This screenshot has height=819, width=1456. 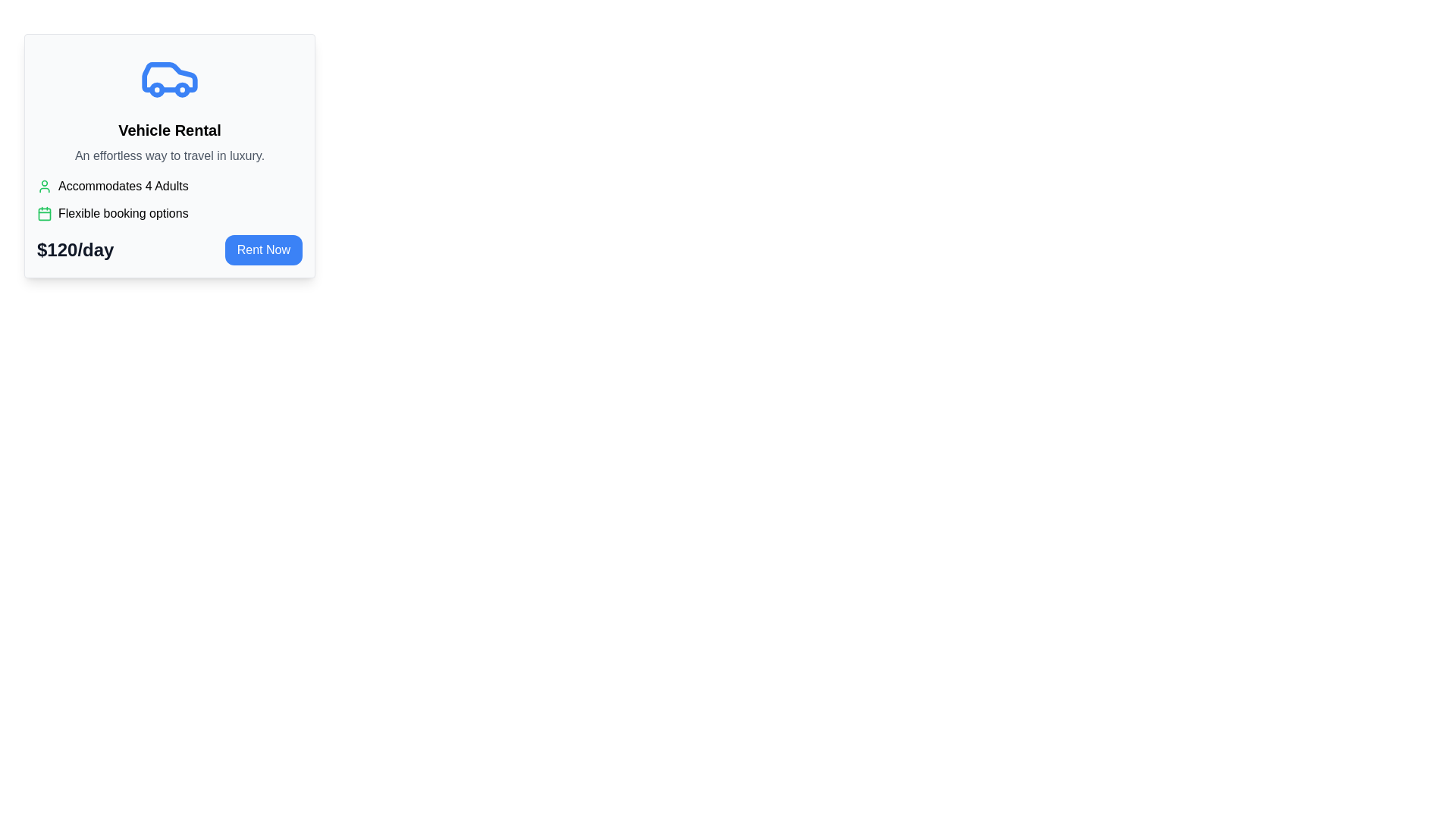 I want to click on the text 'Flexible booking options' which is accompanied by a small green calendar icon, located below 'Accommodates 4 Adults' and above '$120/day' in the 'Vehicle Rental' section, so click(x=170, y=213).